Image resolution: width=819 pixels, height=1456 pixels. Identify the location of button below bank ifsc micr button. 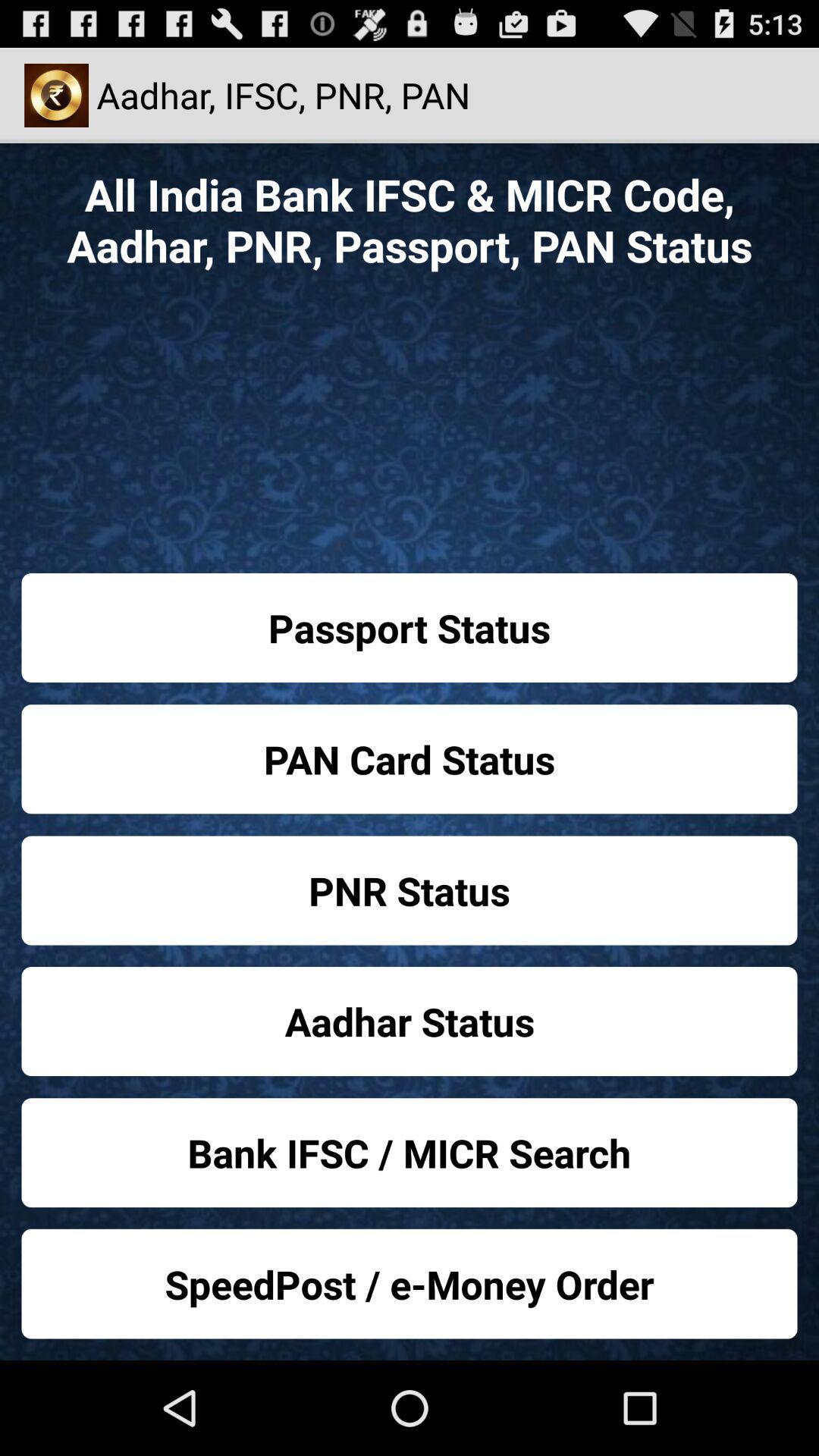
(409, 1283).